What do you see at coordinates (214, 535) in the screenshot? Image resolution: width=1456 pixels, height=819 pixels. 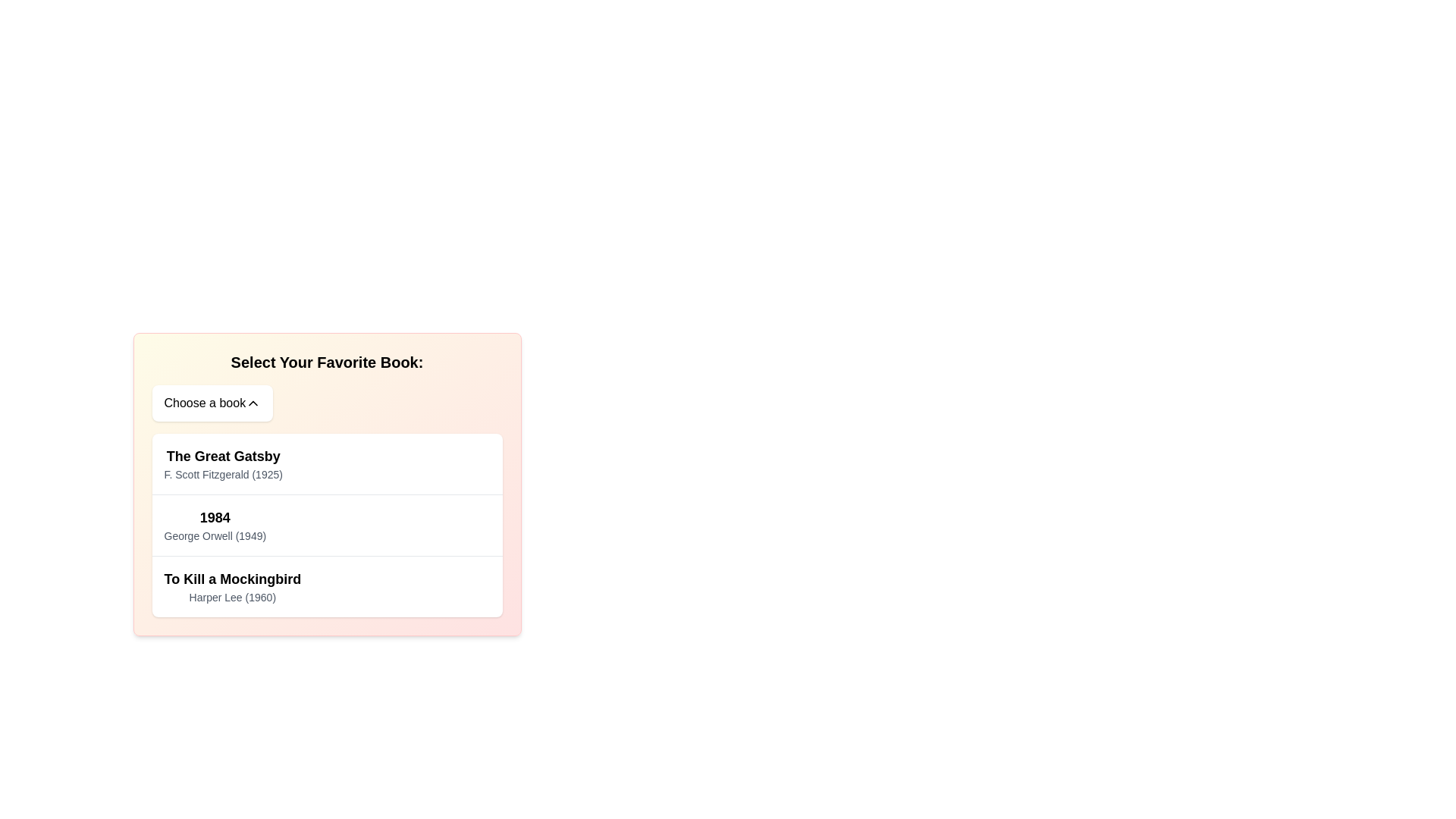 I see `the static text label displaying 'George Orwell (1949)' which is located below the bold title '1984' in the second entry of the book list` at bounding box center [214, 535].